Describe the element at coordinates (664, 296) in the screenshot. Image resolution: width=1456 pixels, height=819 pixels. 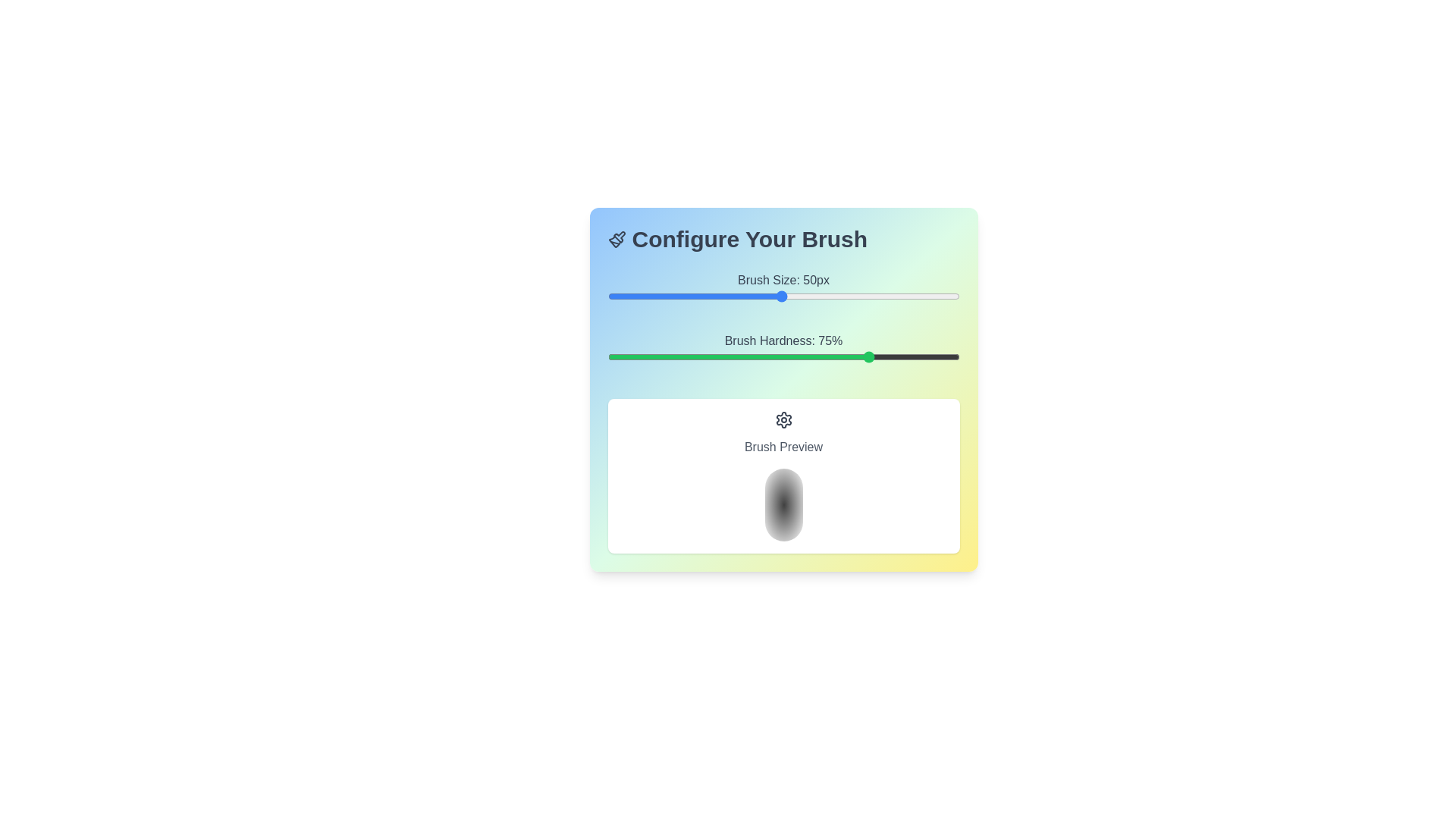
I see `the brush size to 17 by interacting with the slider` at that location.